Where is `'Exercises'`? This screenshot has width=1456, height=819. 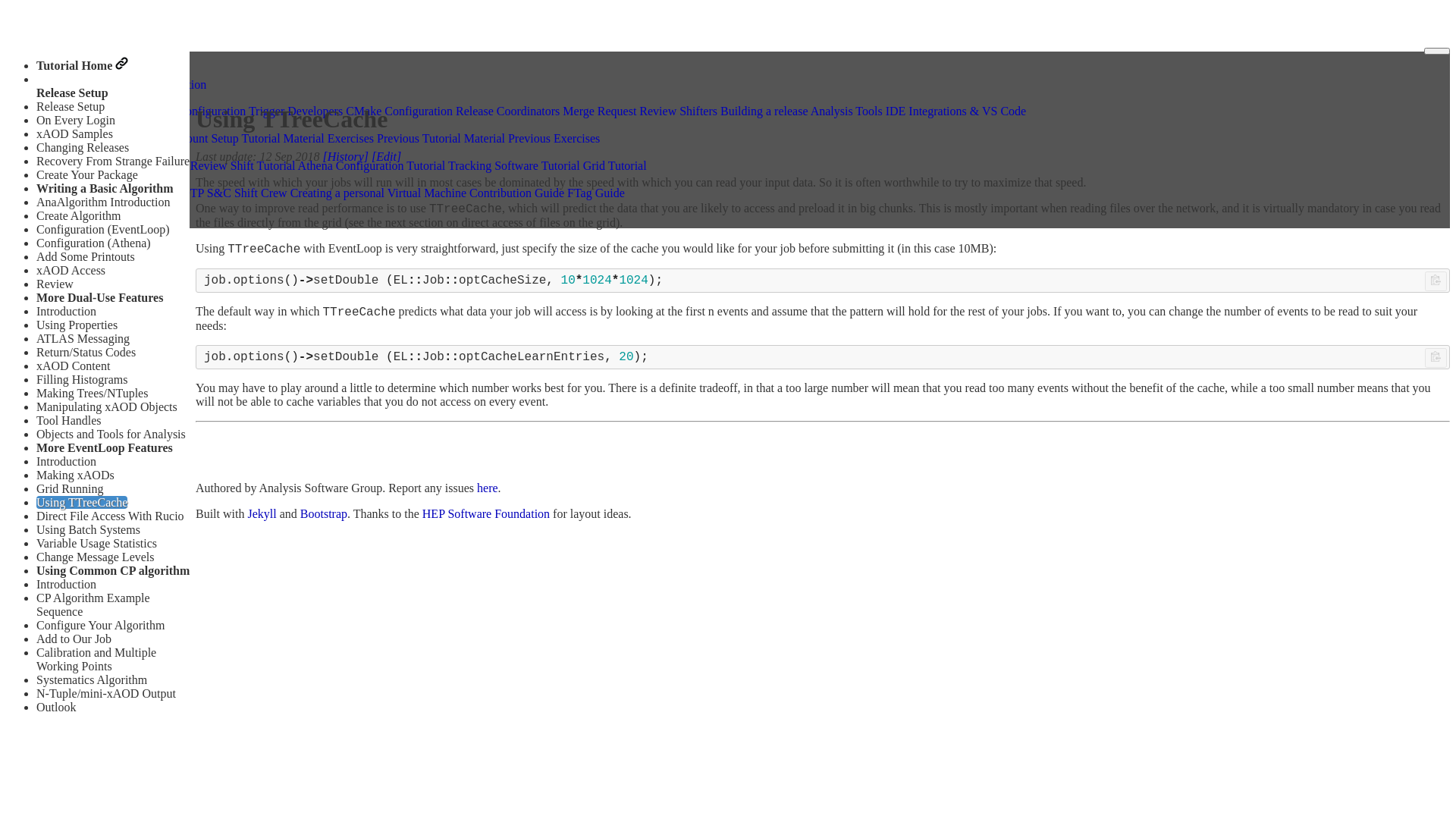 'Exercises' is located at coordinates (350, 138).